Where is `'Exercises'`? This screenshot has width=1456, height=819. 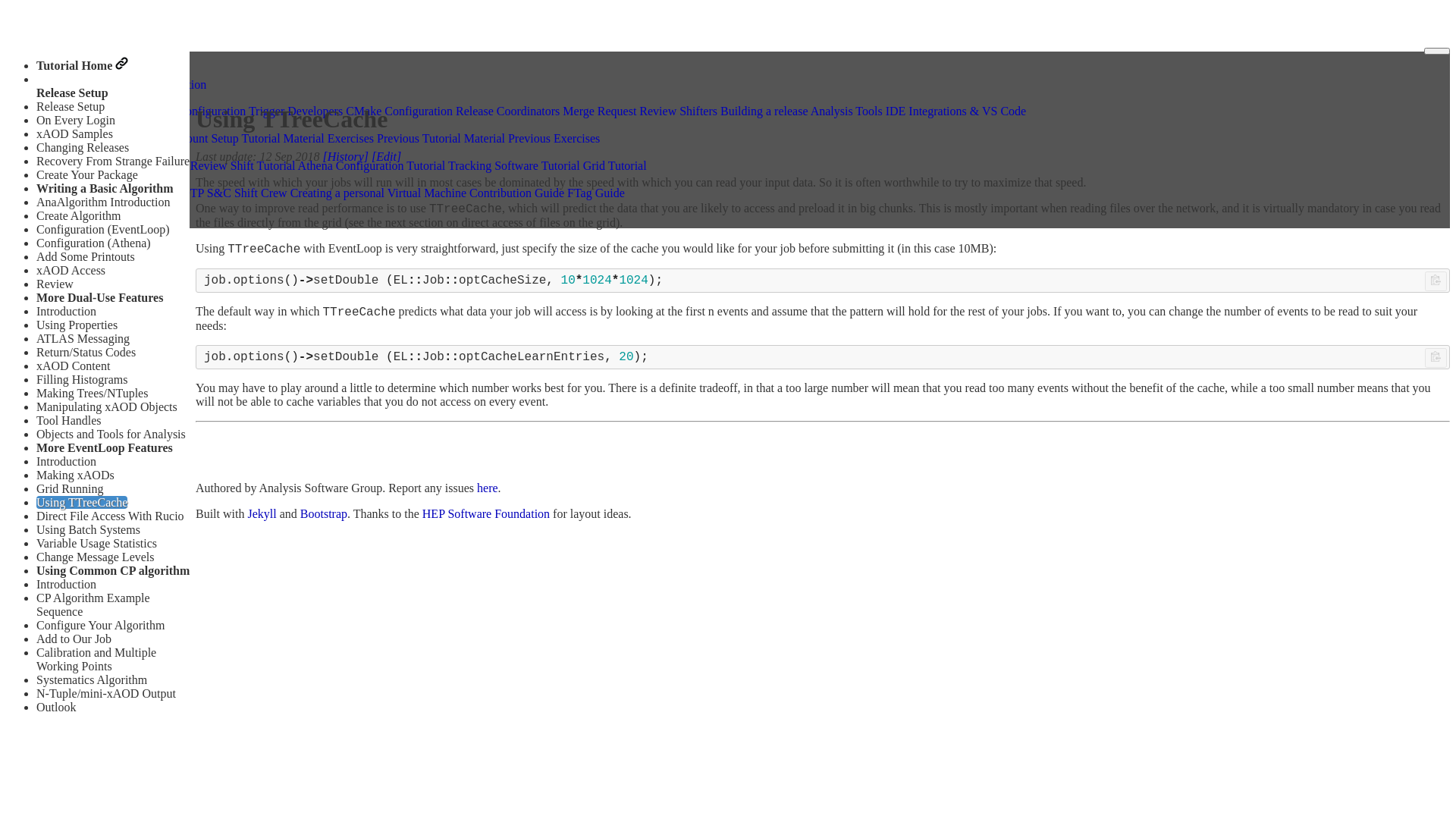 'Exercises' is located at coordinates (350, 138).